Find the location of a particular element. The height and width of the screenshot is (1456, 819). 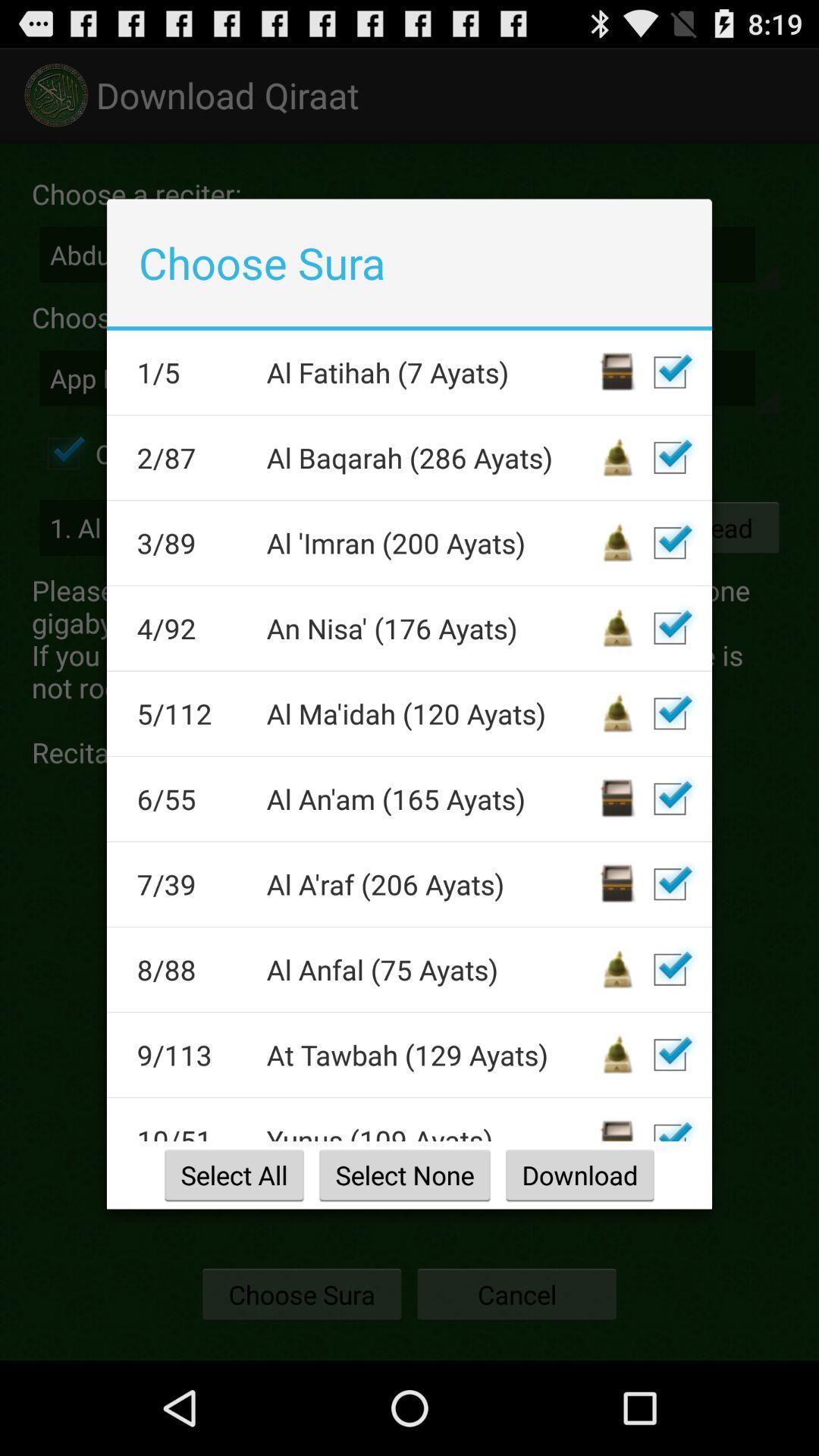

un-check box is located at coordinates (669, 884).